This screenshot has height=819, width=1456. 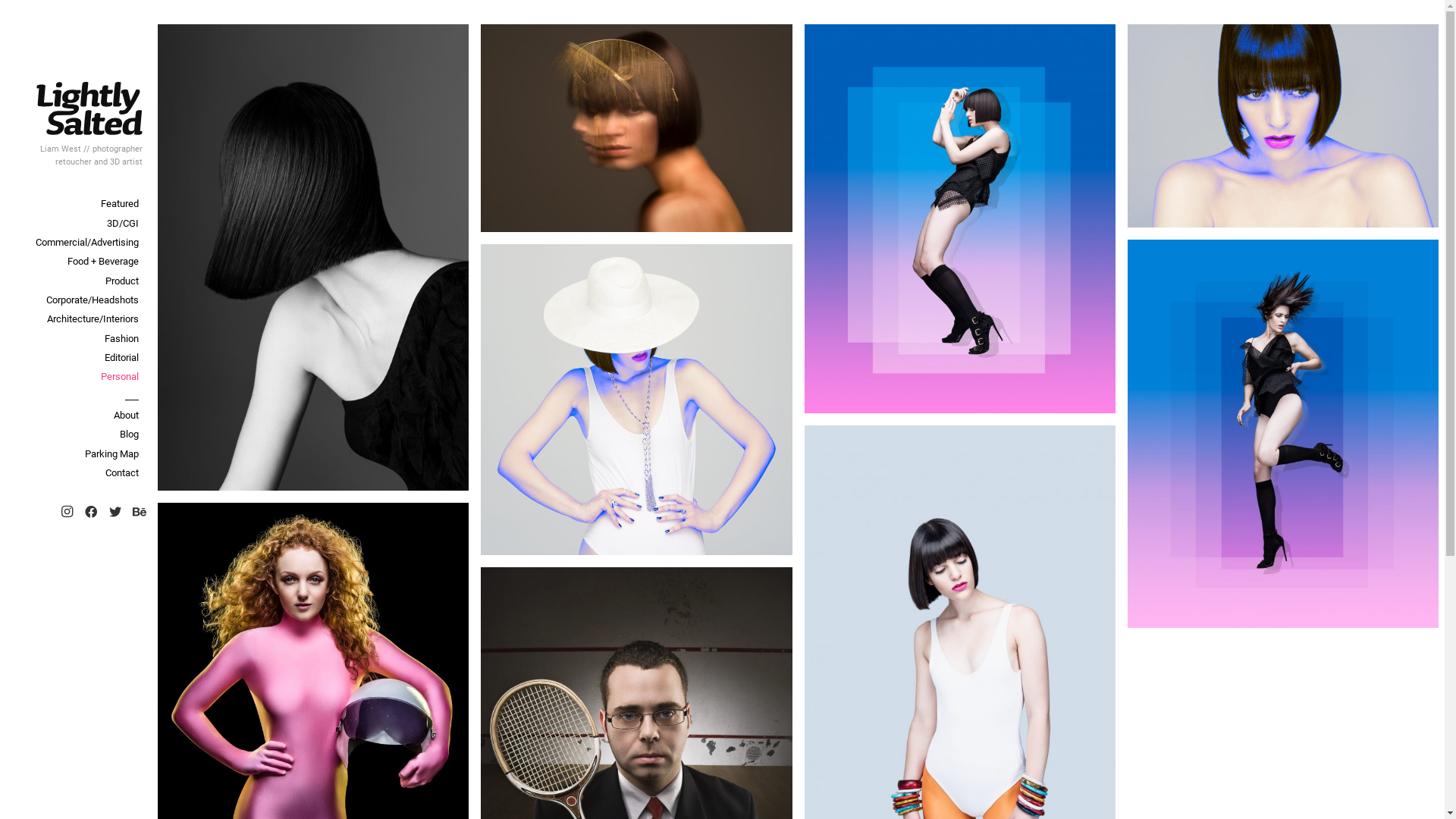 I want to click on '116-LilyHabermehl_1234_web', so click(x=1282, y=434).